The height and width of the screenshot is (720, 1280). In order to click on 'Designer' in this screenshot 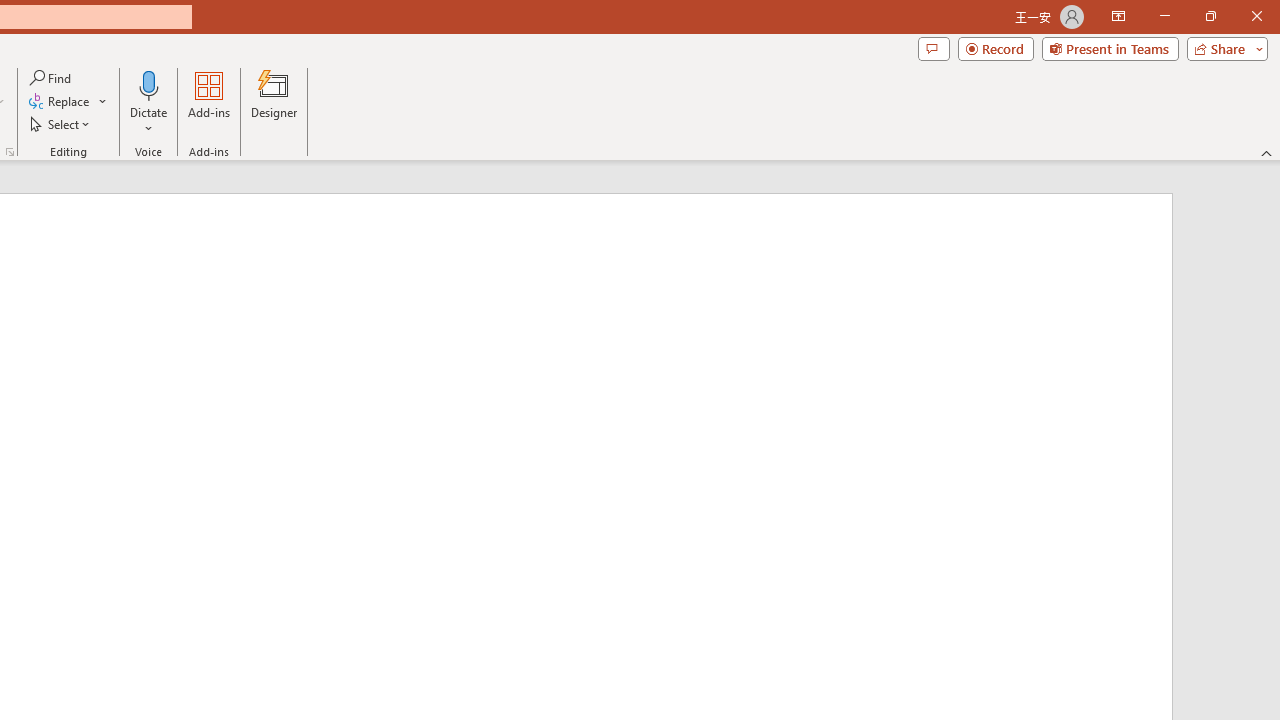, I will do `click(273, 103)`.